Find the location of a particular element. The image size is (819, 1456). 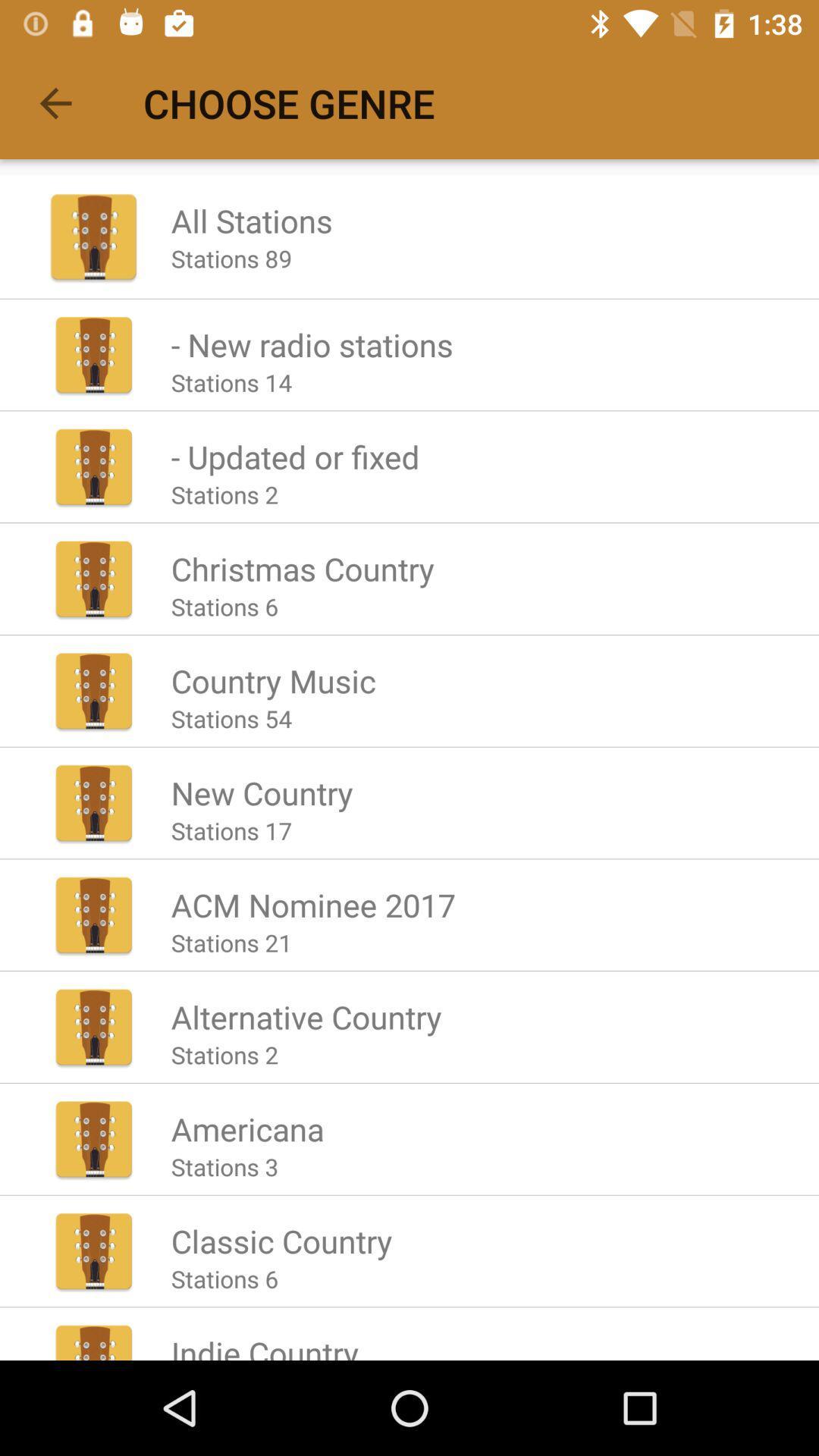

the app above stations 2 icon is located at coordinates (295, 456).